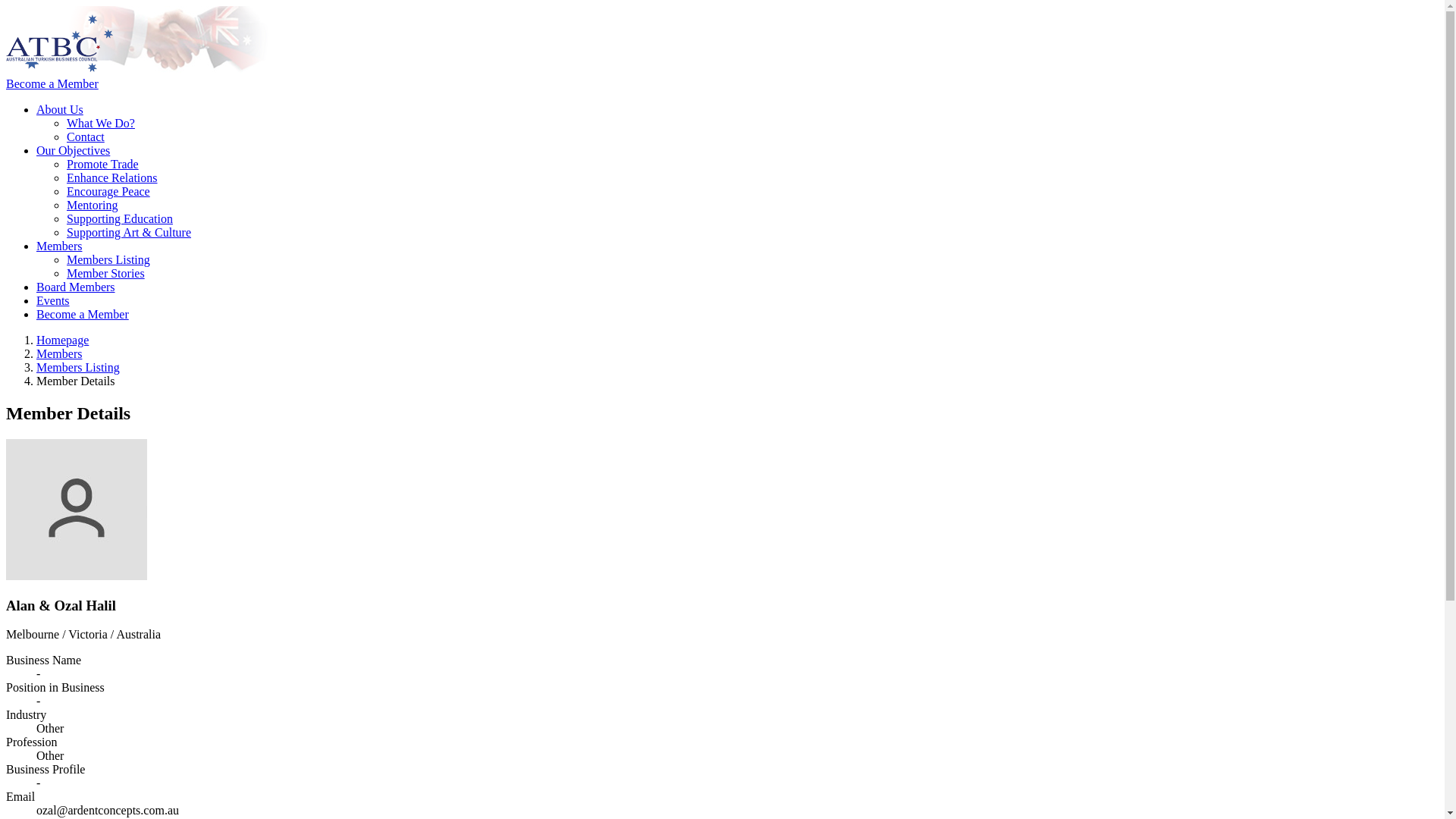 The height and width of the screenshot is (819, 1456). I want to click on 'Members', so click(58, 353).